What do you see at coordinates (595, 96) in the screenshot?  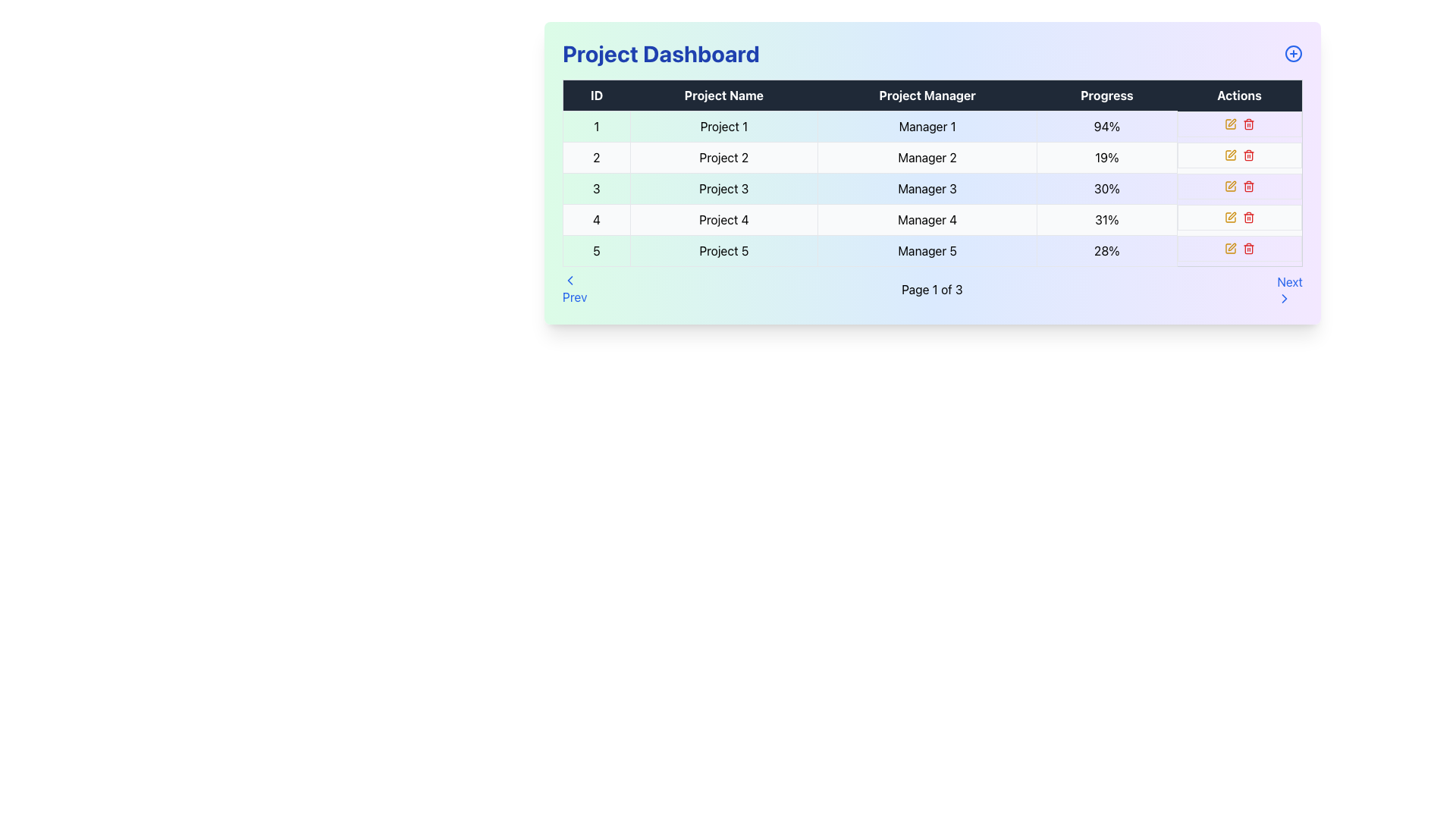 I see `the column header for ID data in the table` at bounding box center [595, 96].